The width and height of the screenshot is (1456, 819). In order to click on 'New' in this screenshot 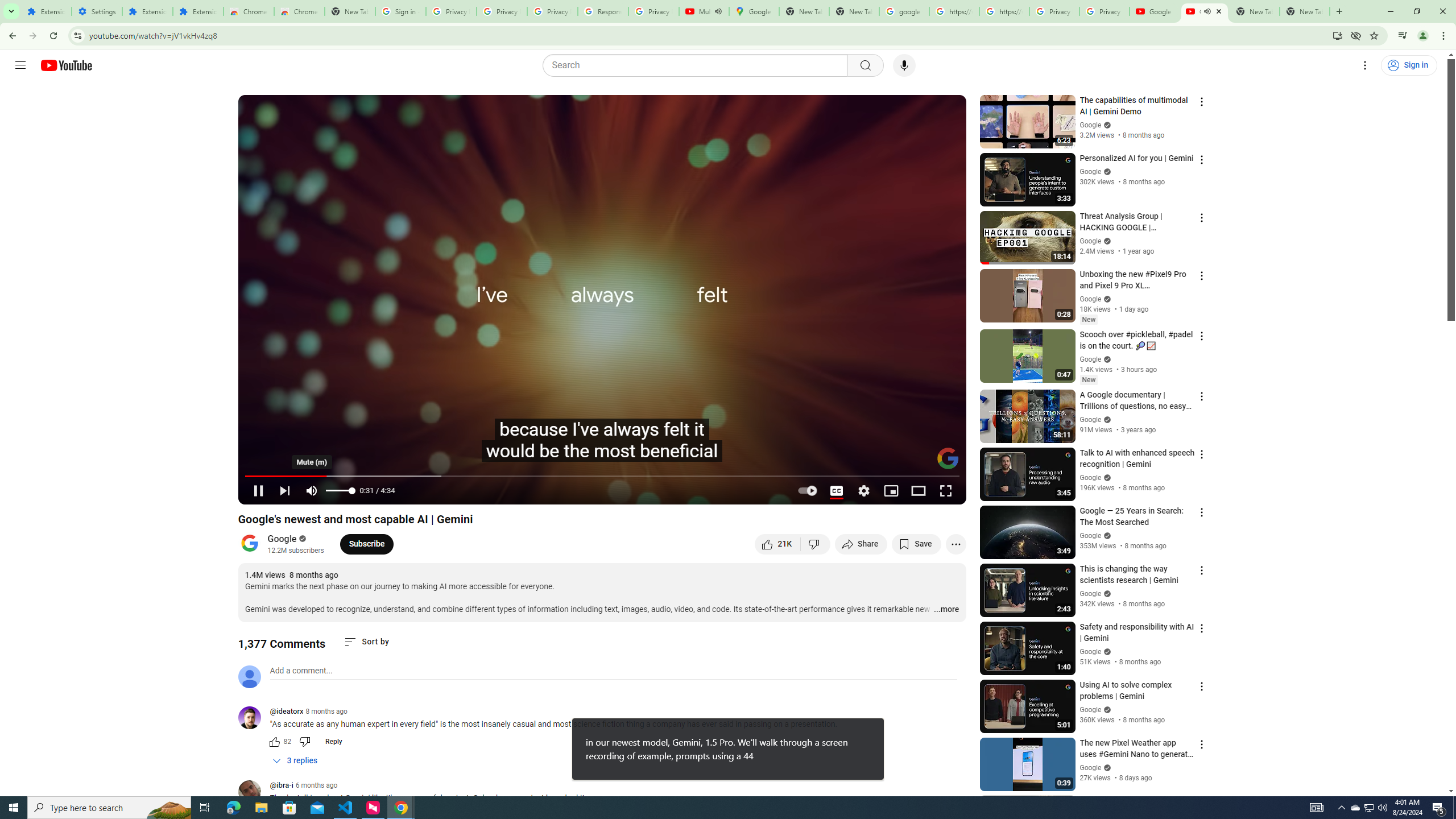, I will do `click(1087, 379)`.